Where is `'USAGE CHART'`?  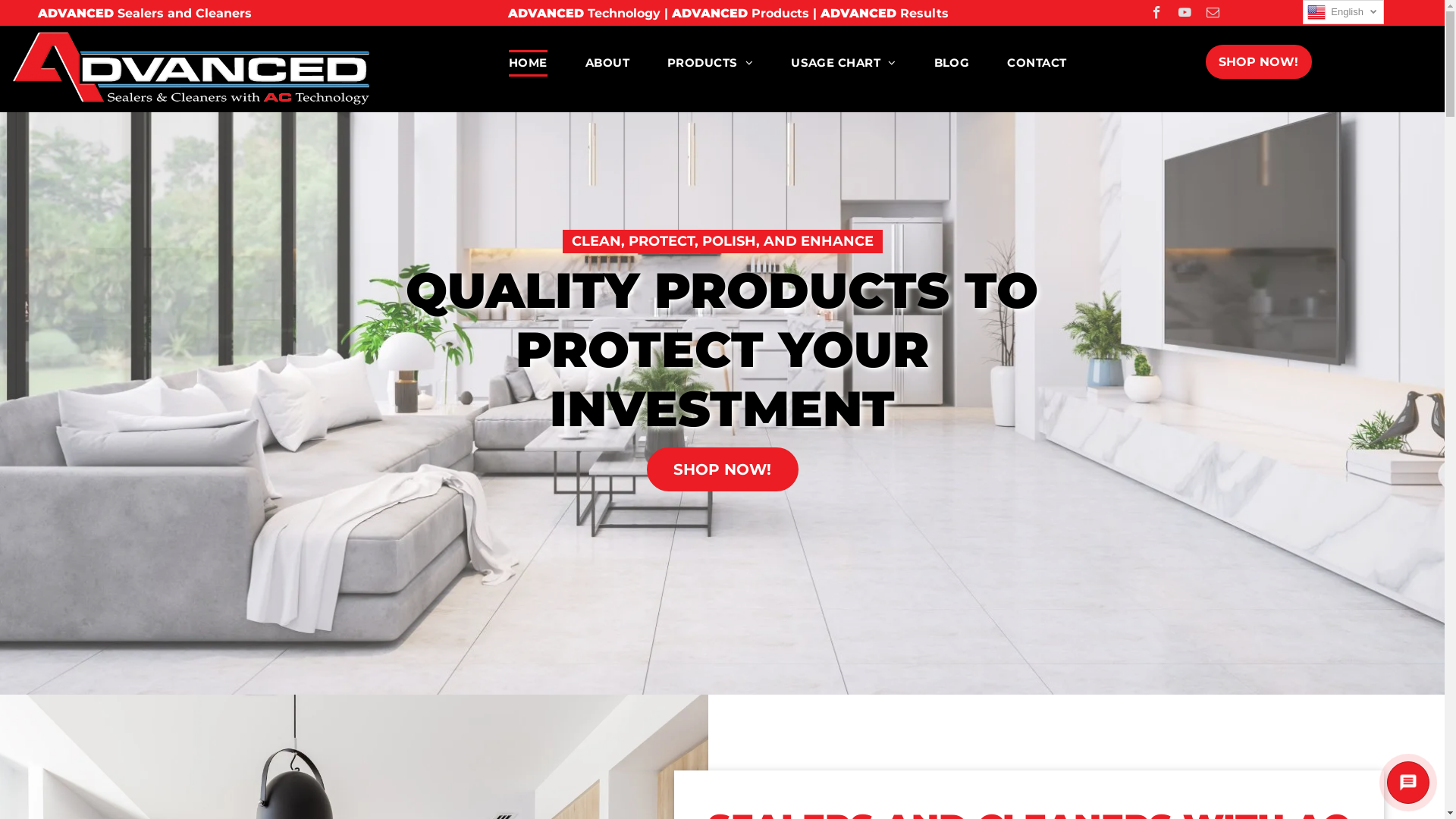 'USAGE CHART' is located at coordinates (771, 62).